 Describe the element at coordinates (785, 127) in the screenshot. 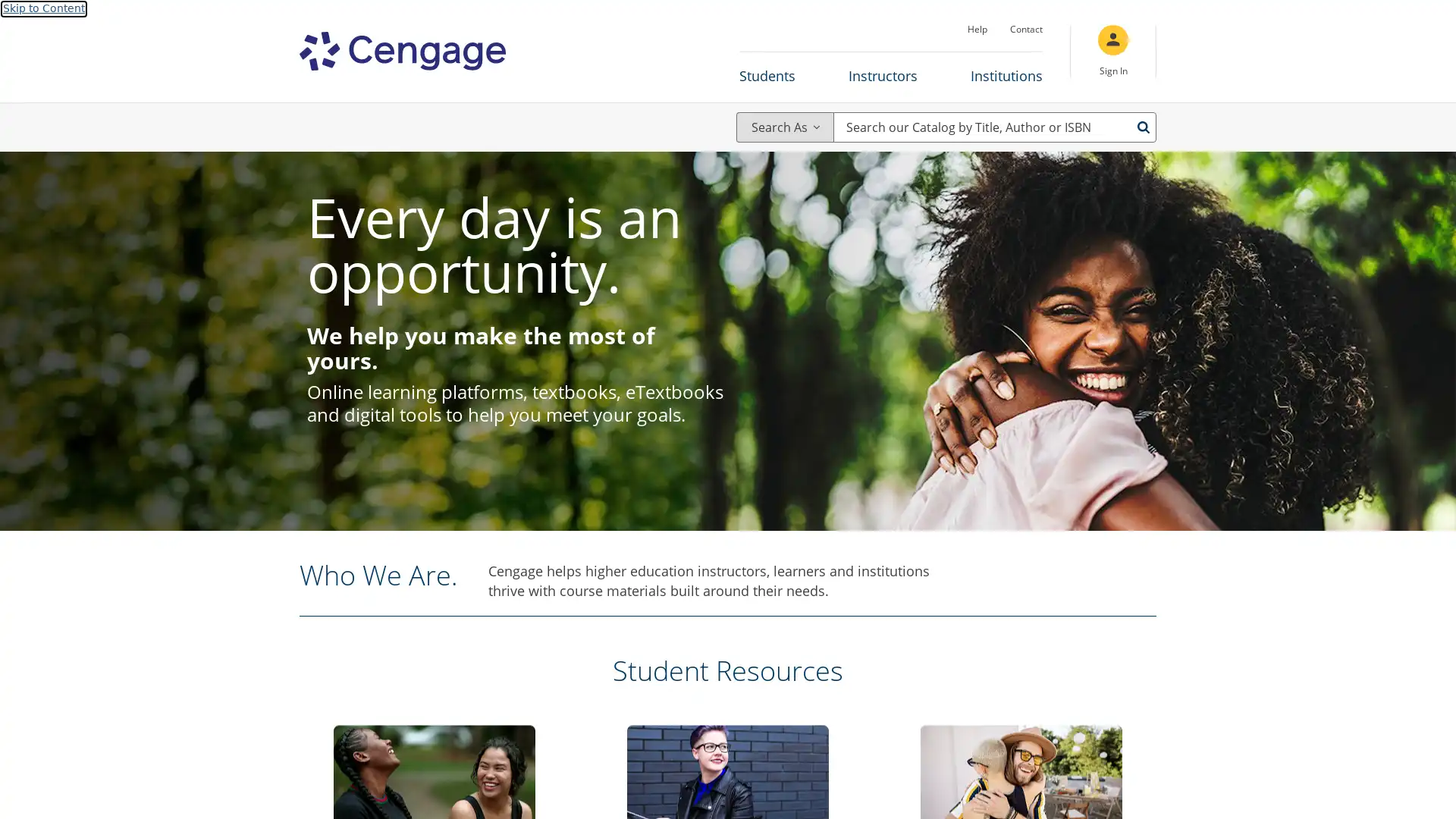

I see `Search As` at that location.